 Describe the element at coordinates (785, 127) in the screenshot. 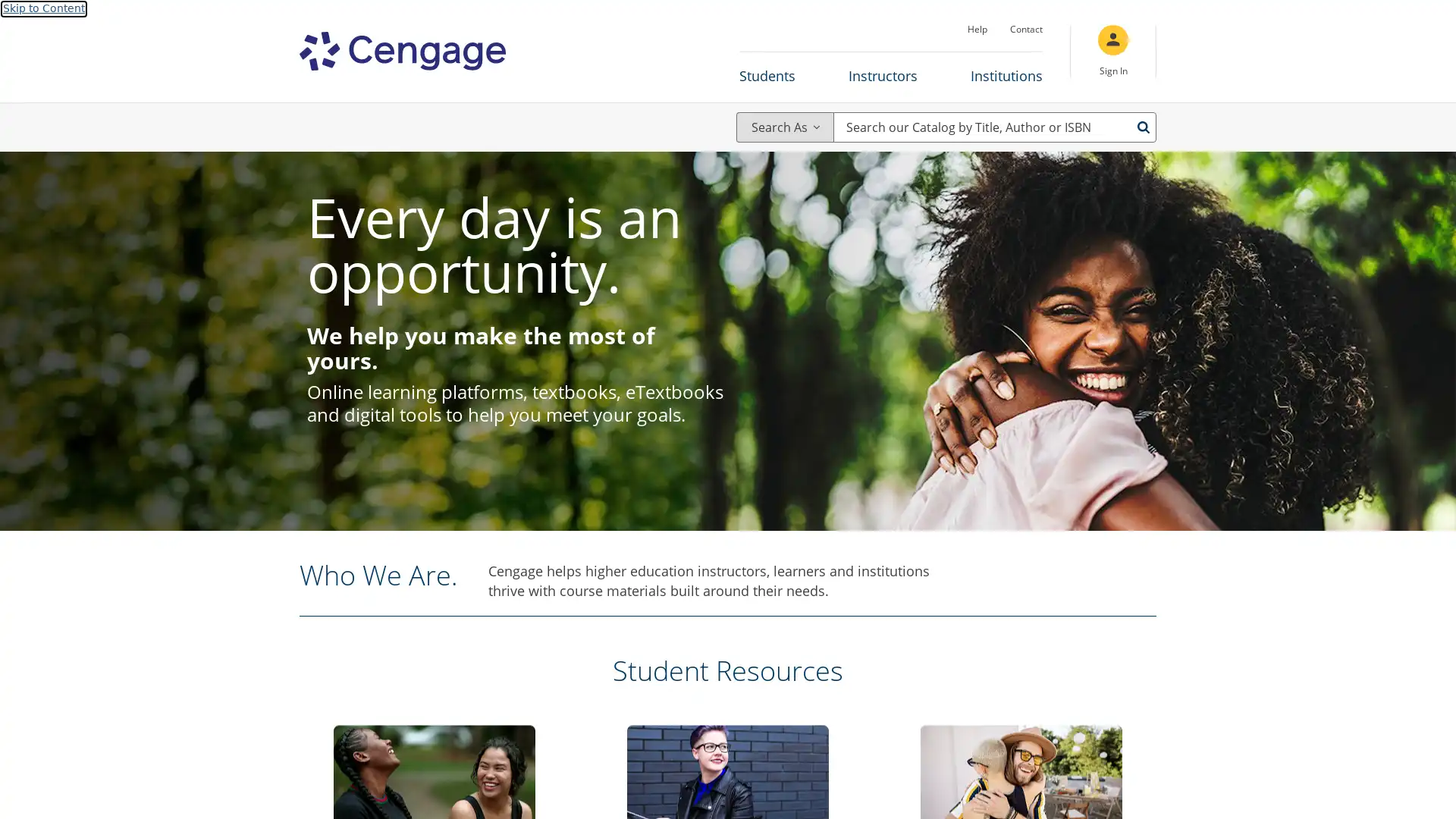

I see `Search As` at that location.